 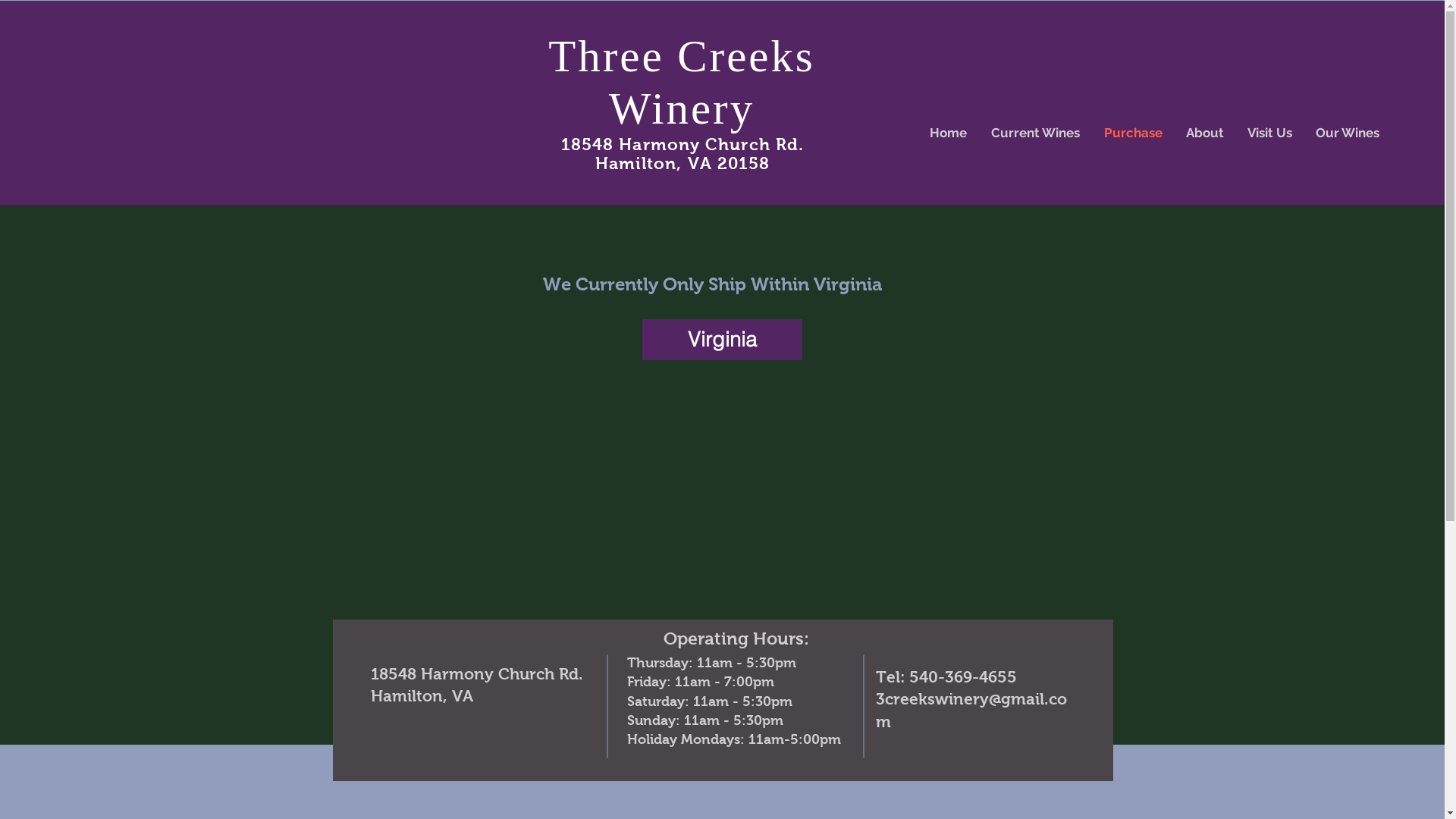 What do you see at coordinates (947, 131) in the screenshot?
I see `'Home'` at bounding box center [947, 131].